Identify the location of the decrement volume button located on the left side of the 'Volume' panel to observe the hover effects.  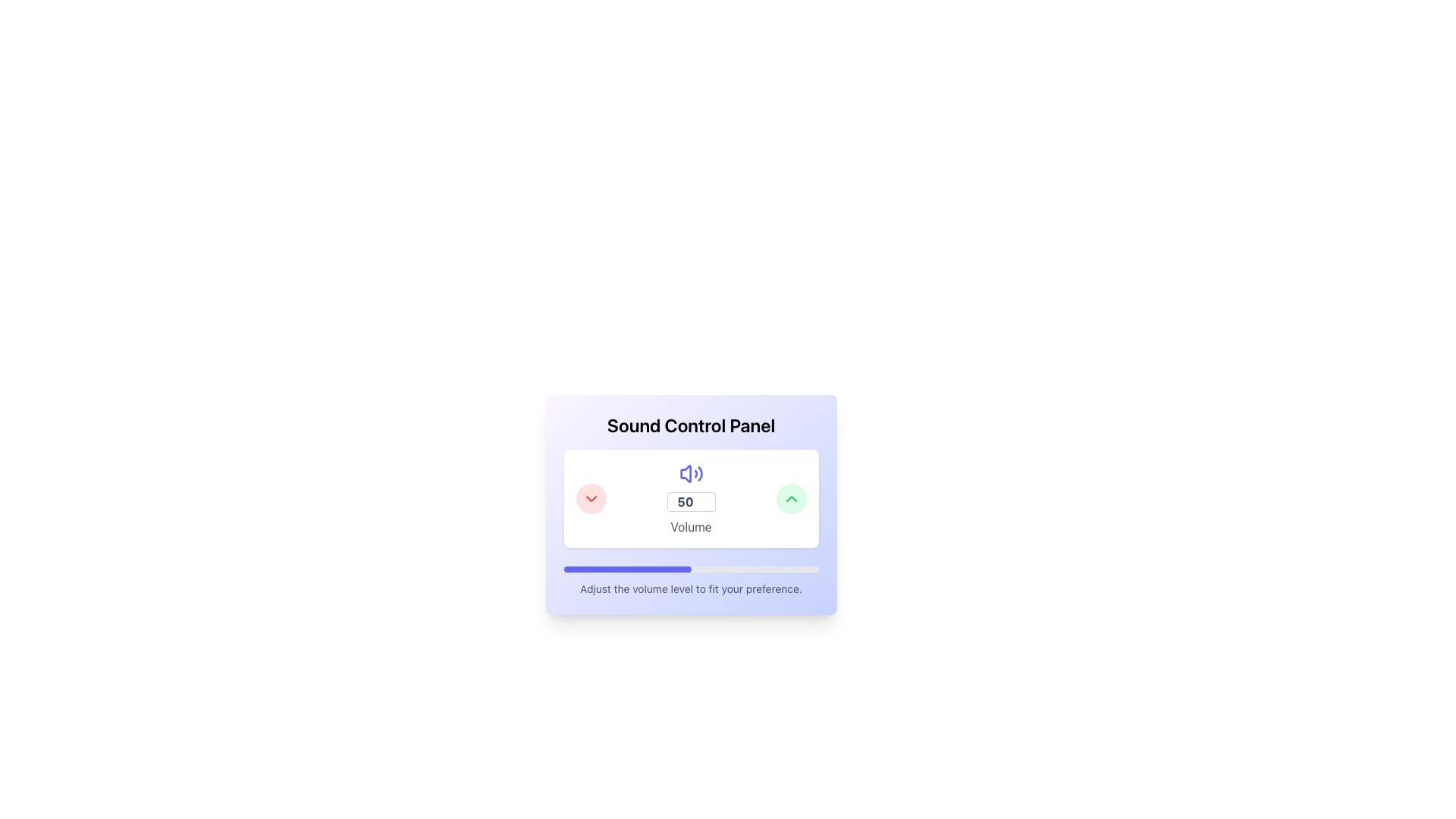
(590, 499).